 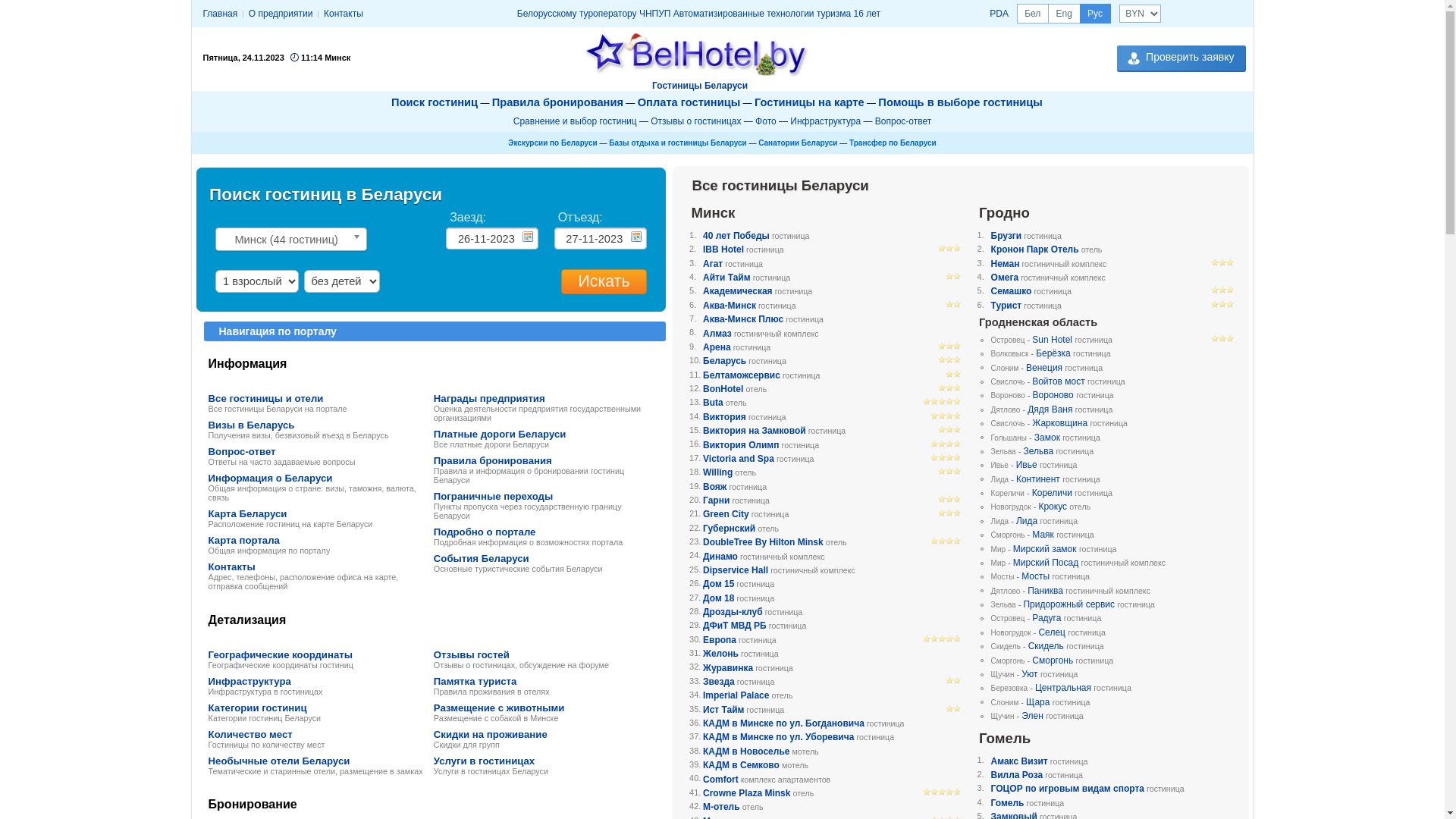 What do you see at coordinates (712, 402) in the screenshot?
I see `'Buta'` at bounding box center [712, 402].